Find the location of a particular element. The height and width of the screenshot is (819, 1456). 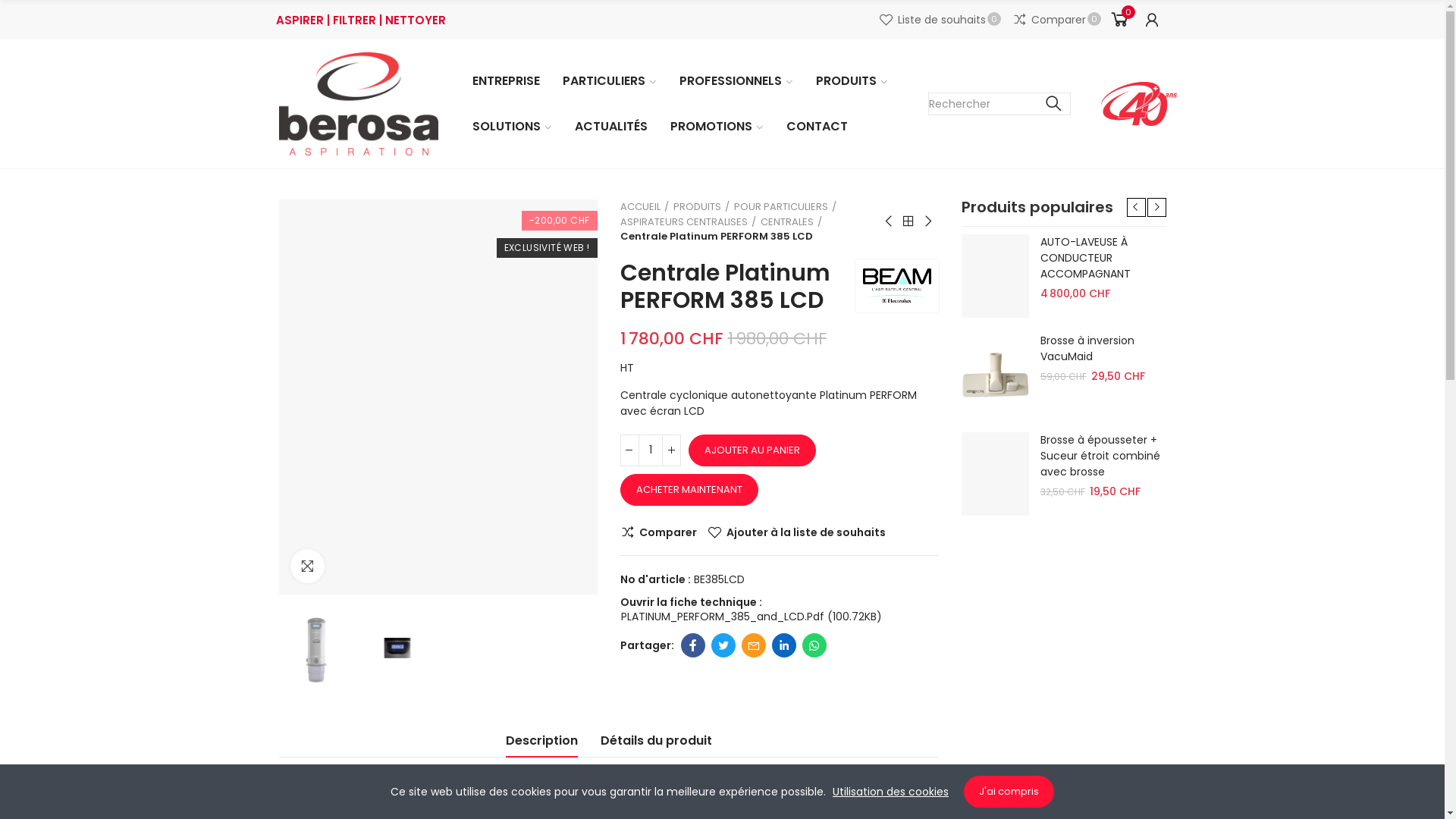

'PLATINUM_PERFORM_385_And_LCD.Pdf (100.72KB)' is located at coordinates (750, 617).